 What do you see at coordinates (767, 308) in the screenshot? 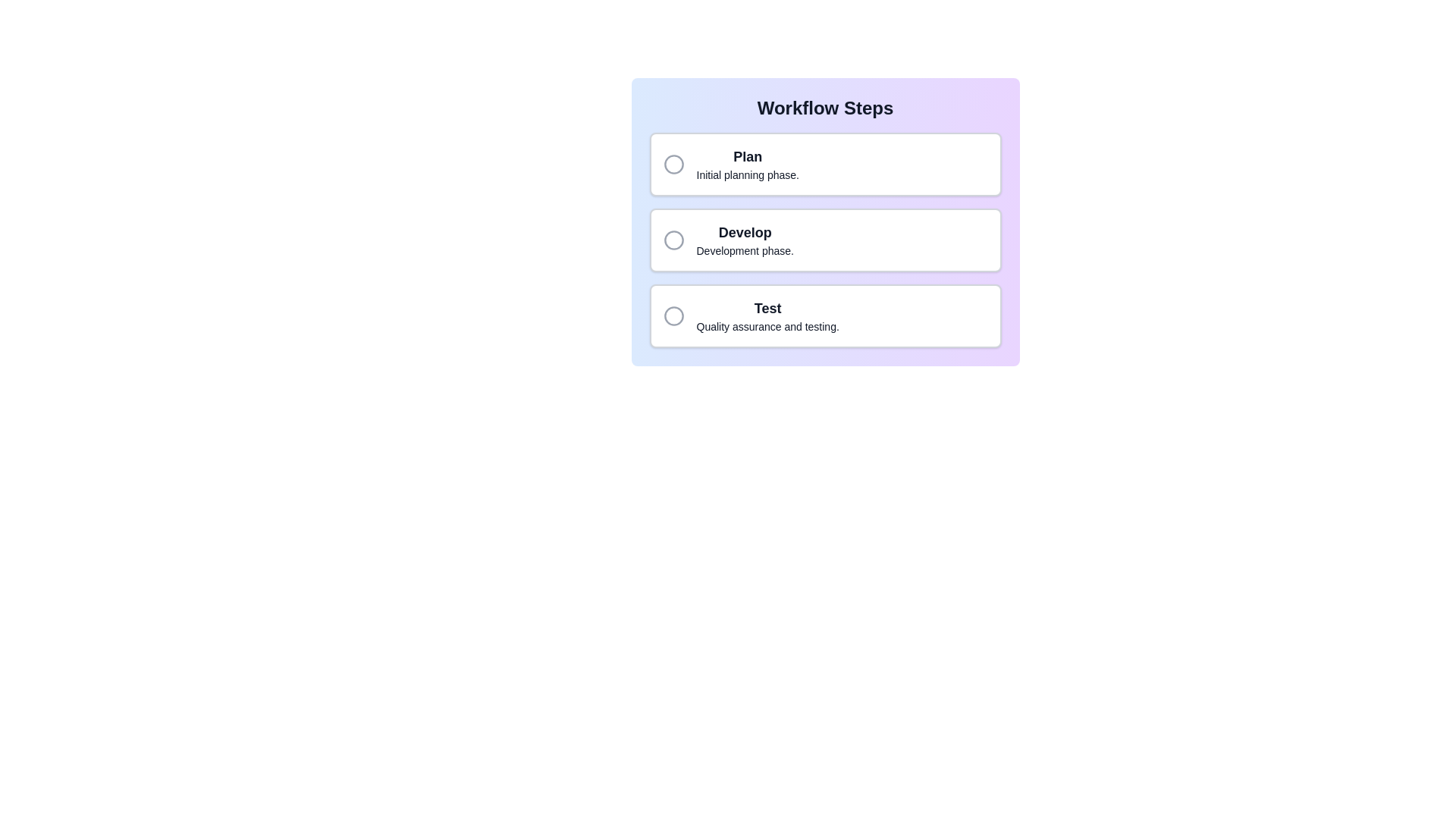
I see `the text label 'Test' which is styled in bold and located at the top of the third box under the header 'Workflow Steps'` at bounding box center [767, 308].